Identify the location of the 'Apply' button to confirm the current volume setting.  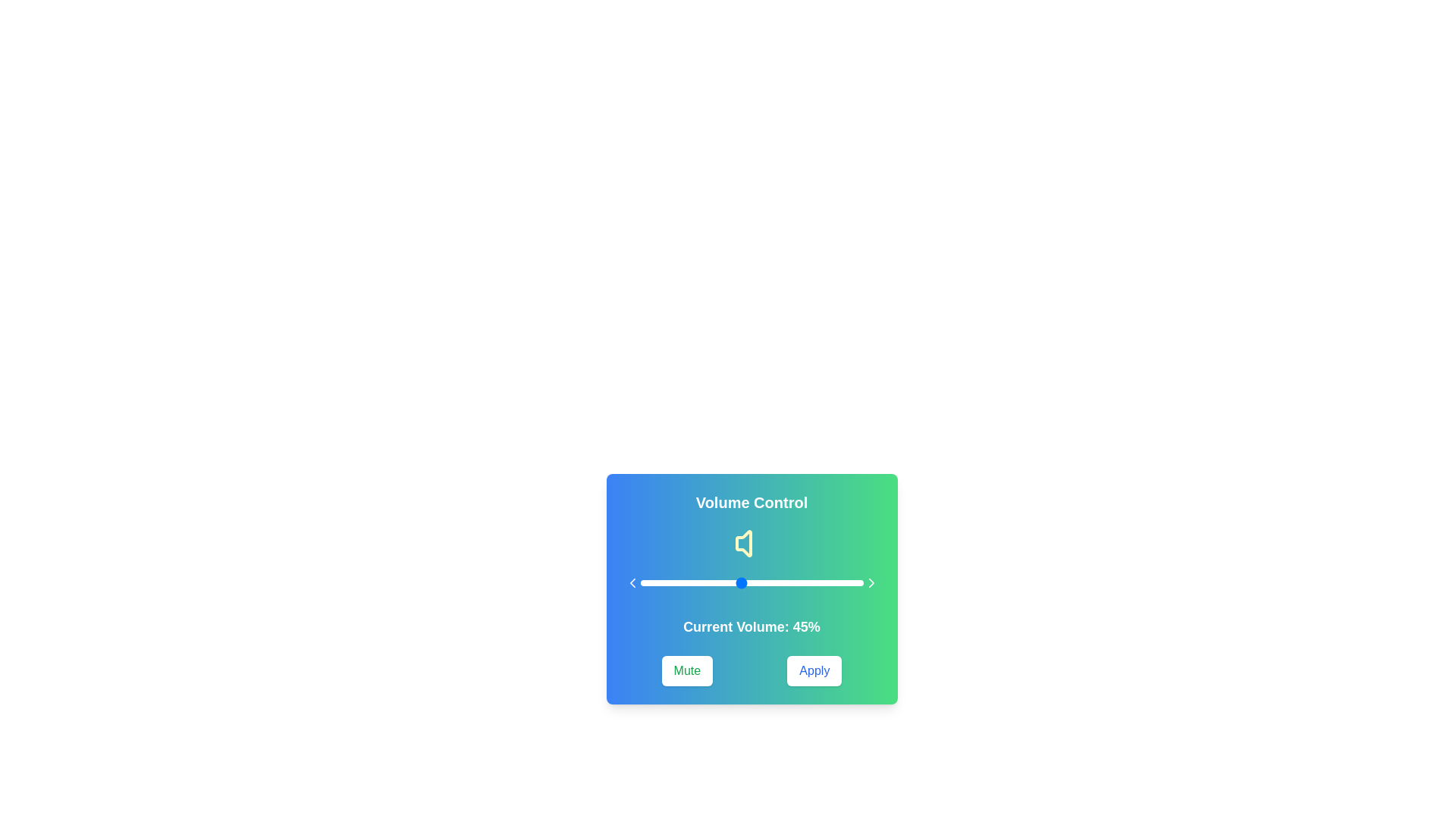
(814, 670).